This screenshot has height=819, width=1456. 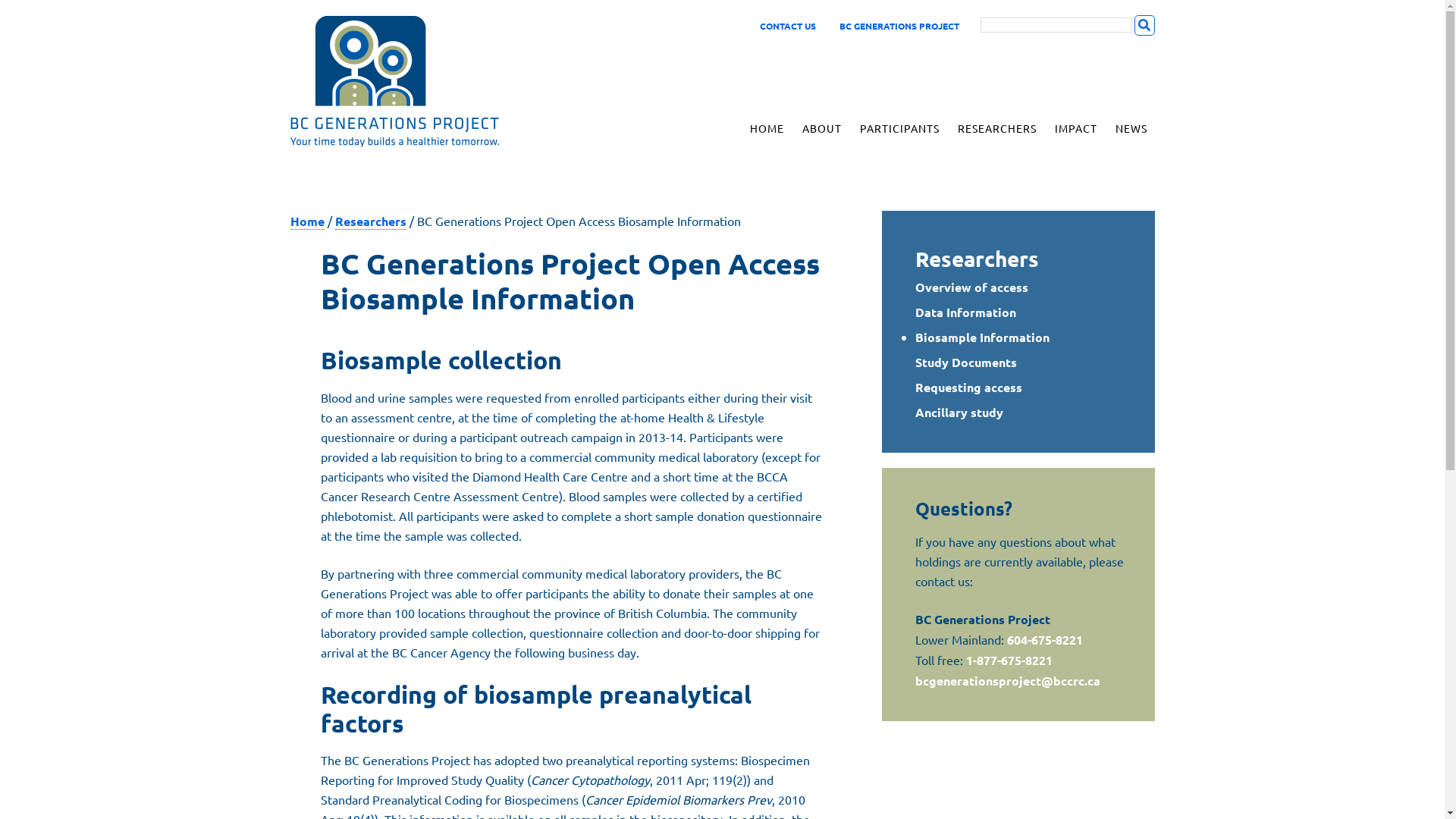 What do you see at coordinates (965, 361) in the screenshot?
I see `'Study Documents'` at bounding box center [965, 361].